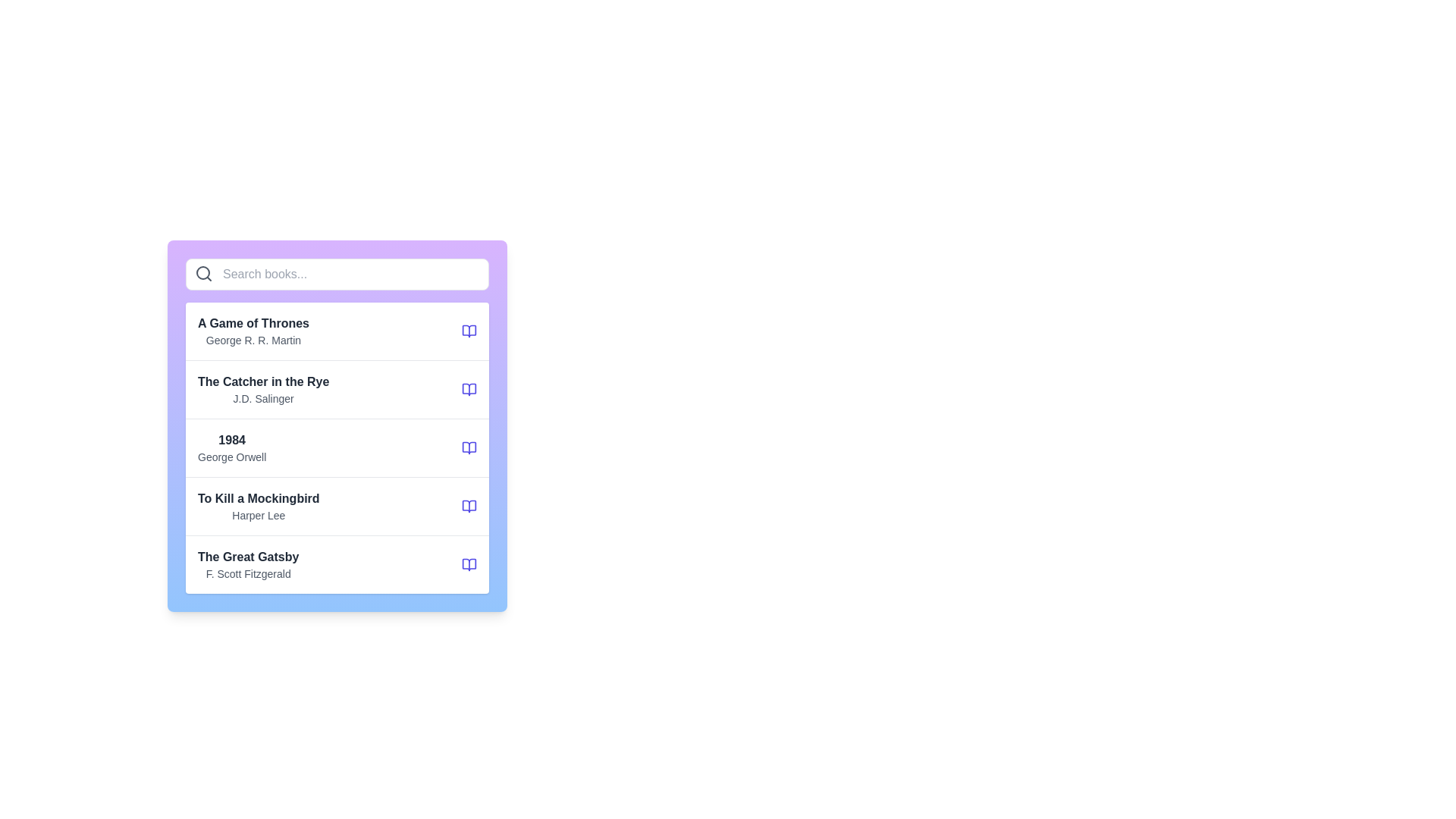  Describe the element at coordinates (469, 506) in the screenshot. I see `the indigo book icon located to the right of the 'To Kill a Mockingbird' text in the fourth position of the list` at that location.